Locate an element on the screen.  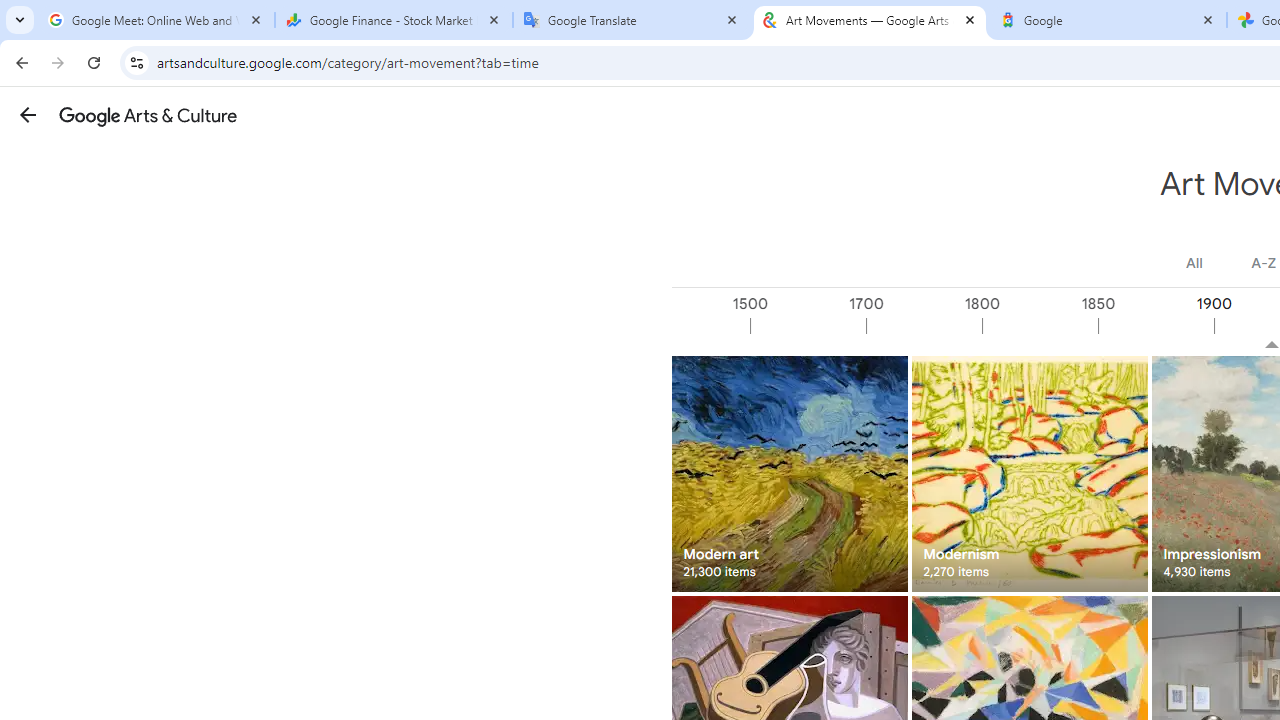
'Google' is located at coordinates (1107, 20).